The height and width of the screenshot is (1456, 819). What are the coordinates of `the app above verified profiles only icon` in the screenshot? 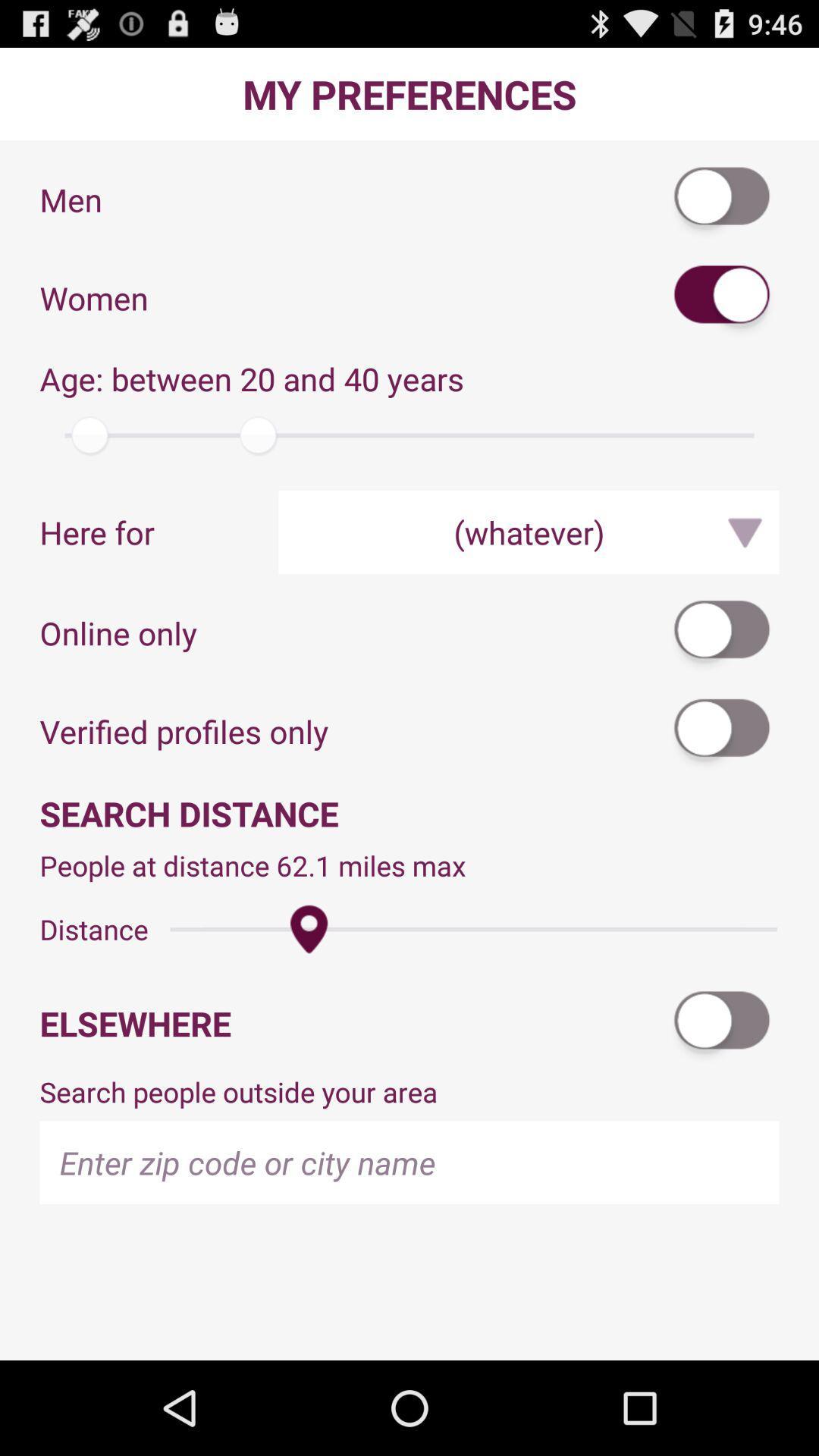 It's located at (722, 632).